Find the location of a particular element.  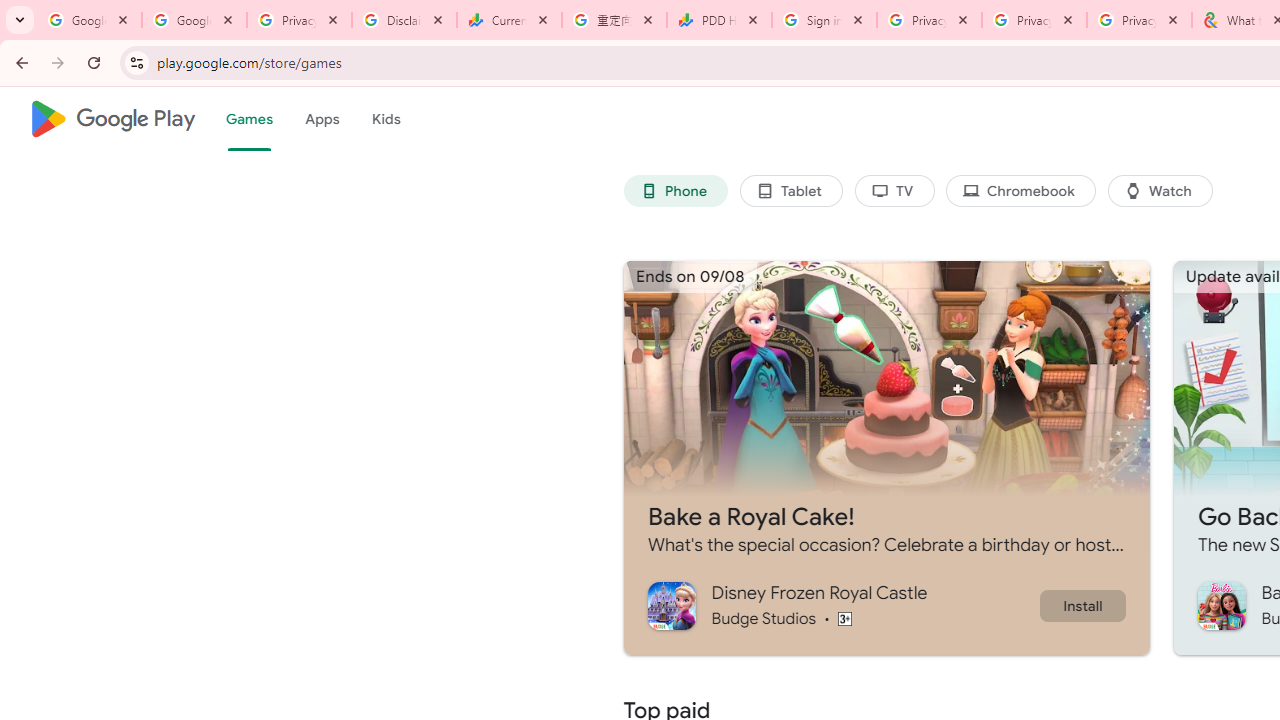

'Tablet' is located at coordinates (790, 191).